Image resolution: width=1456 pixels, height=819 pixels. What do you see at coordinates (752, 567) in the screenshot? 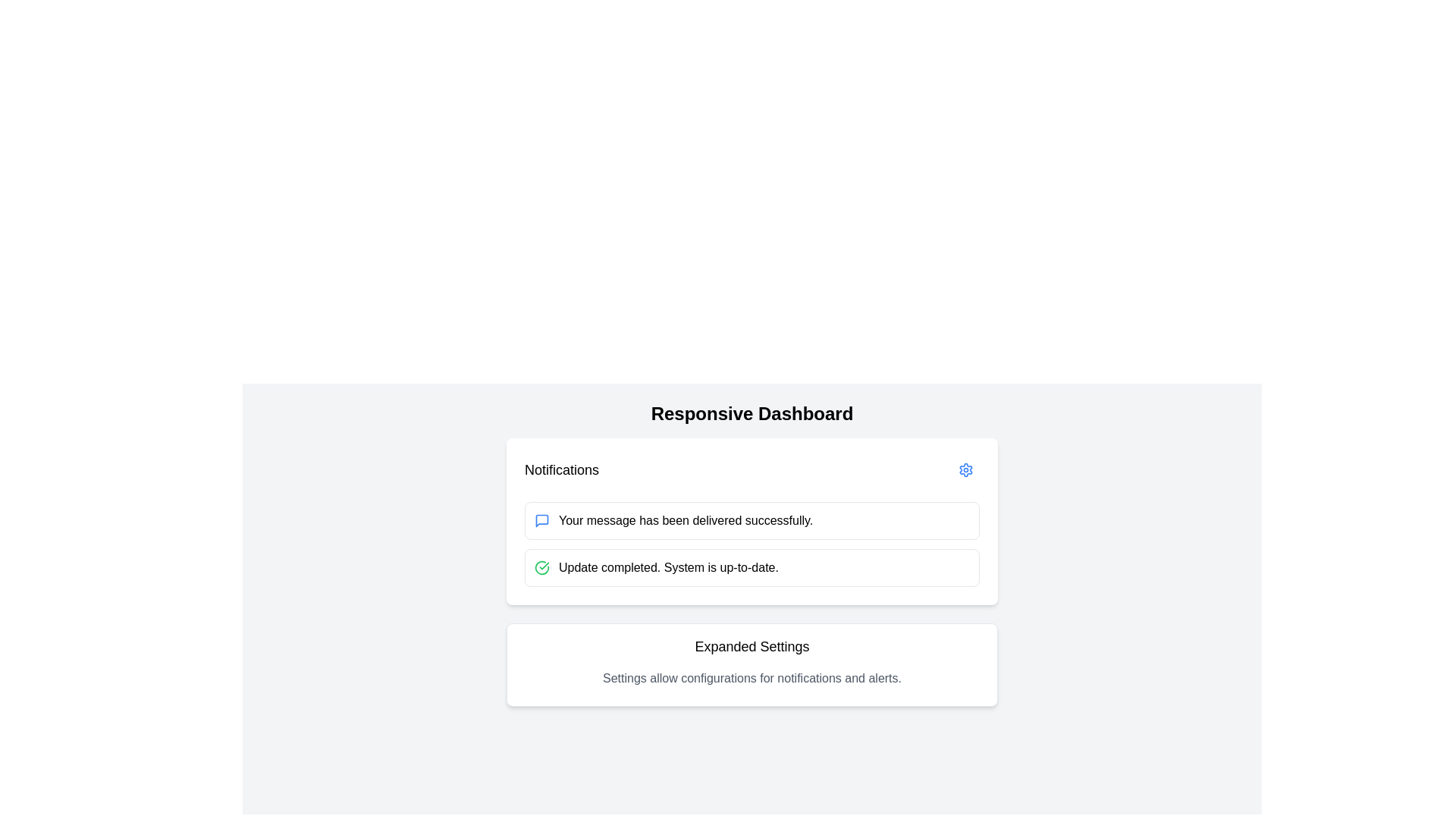
I see `the static notification message that indicates the system has successfully completed an update, located in the second position of the notification list` at bounding box center [752, 567].